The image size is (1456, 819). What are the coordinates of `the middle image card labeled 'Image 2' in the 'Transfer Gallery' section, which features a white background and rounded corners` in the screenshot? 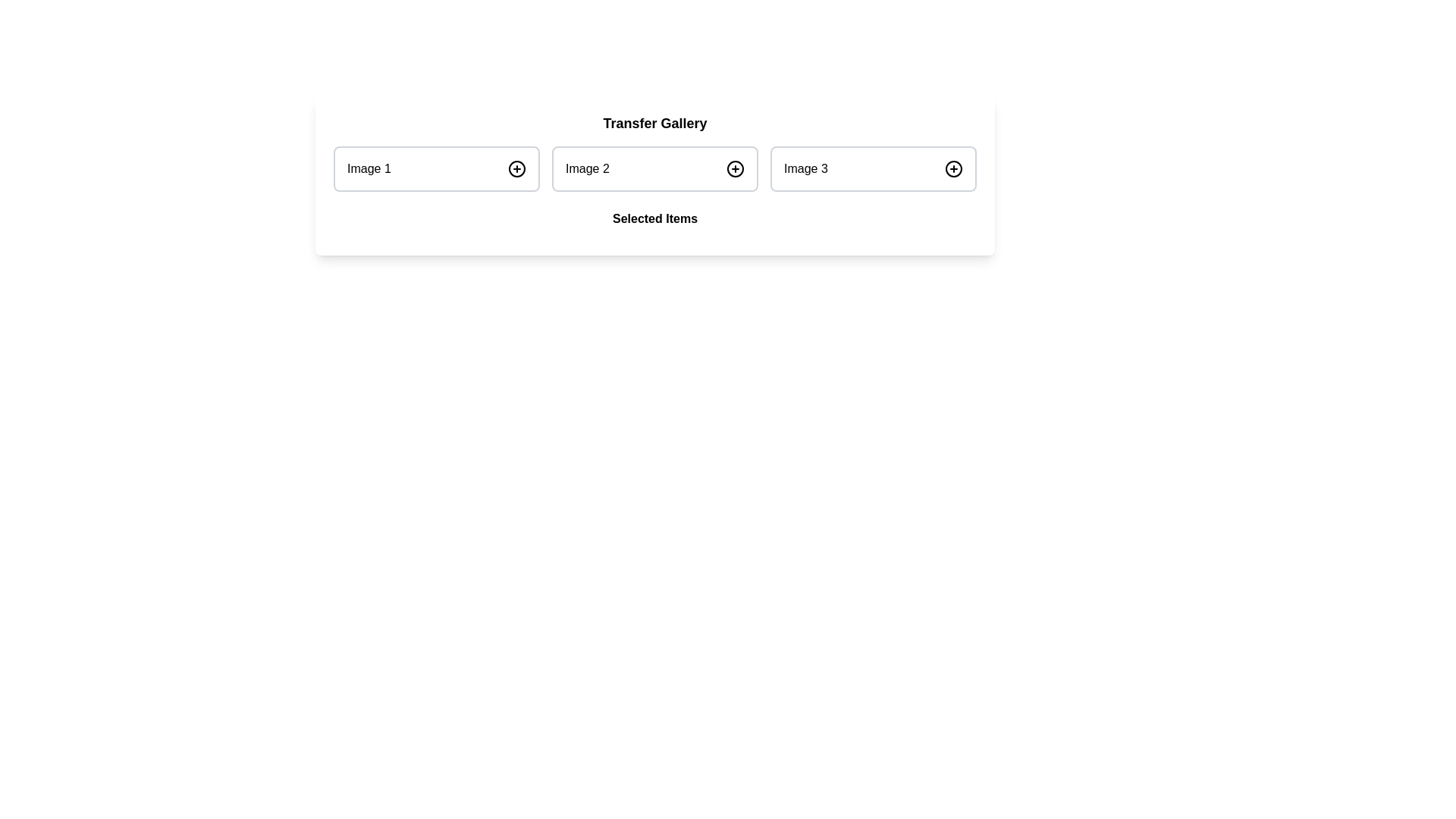 It's located at (655, 174).